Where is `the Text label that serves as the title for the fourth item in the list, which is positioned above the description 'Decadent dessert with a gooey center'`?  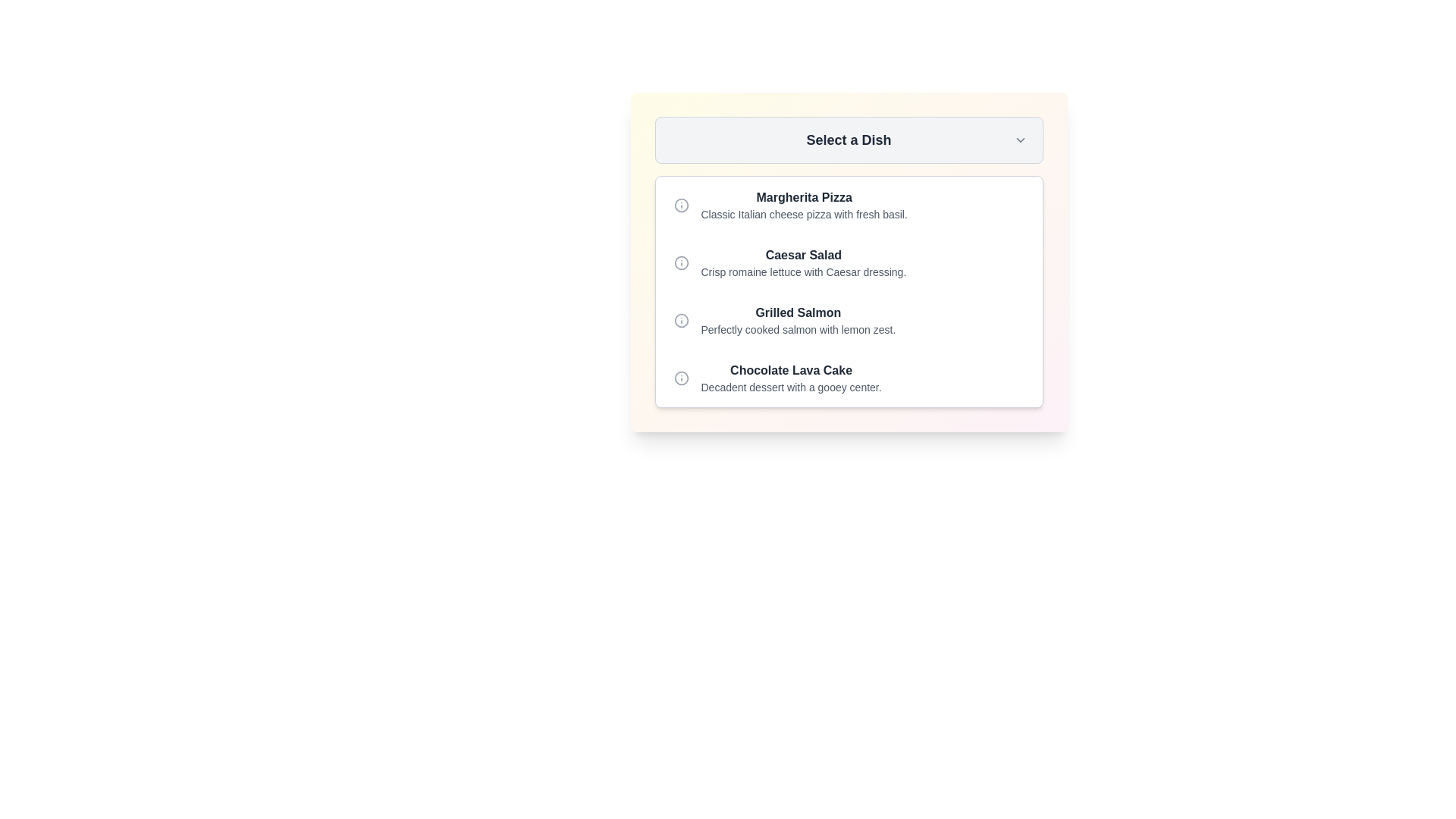
the Text label that serves as the title for the fourth item in the list, which is positioned above the description 'Decadent dessert with a gooey center' is located at coordinates (790, 371).